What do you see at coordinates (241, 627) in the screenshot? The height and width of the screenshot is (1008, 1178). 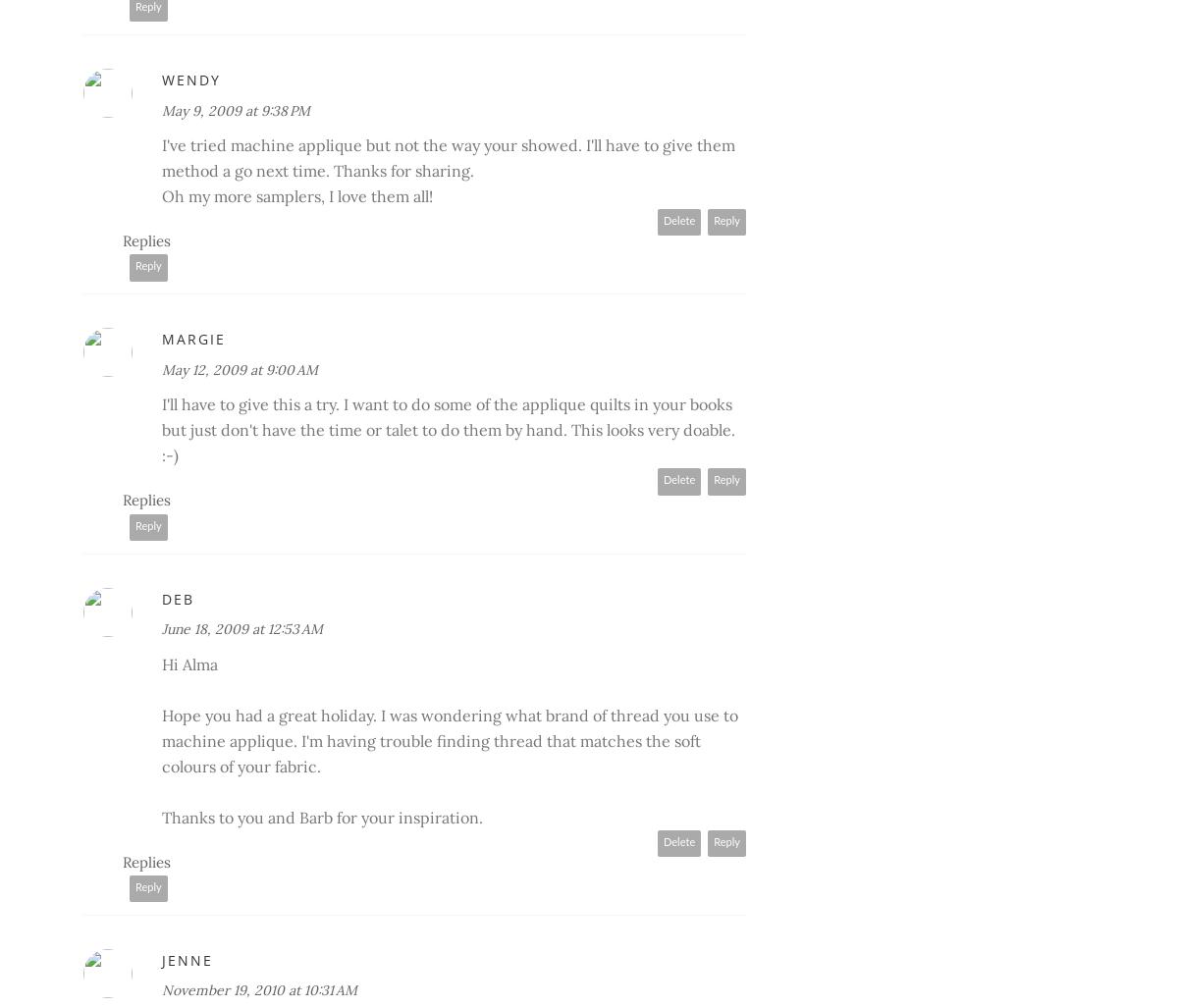 I see `'June 18, 2009 at 12:53 AM'` at bounding box center [241, 627].